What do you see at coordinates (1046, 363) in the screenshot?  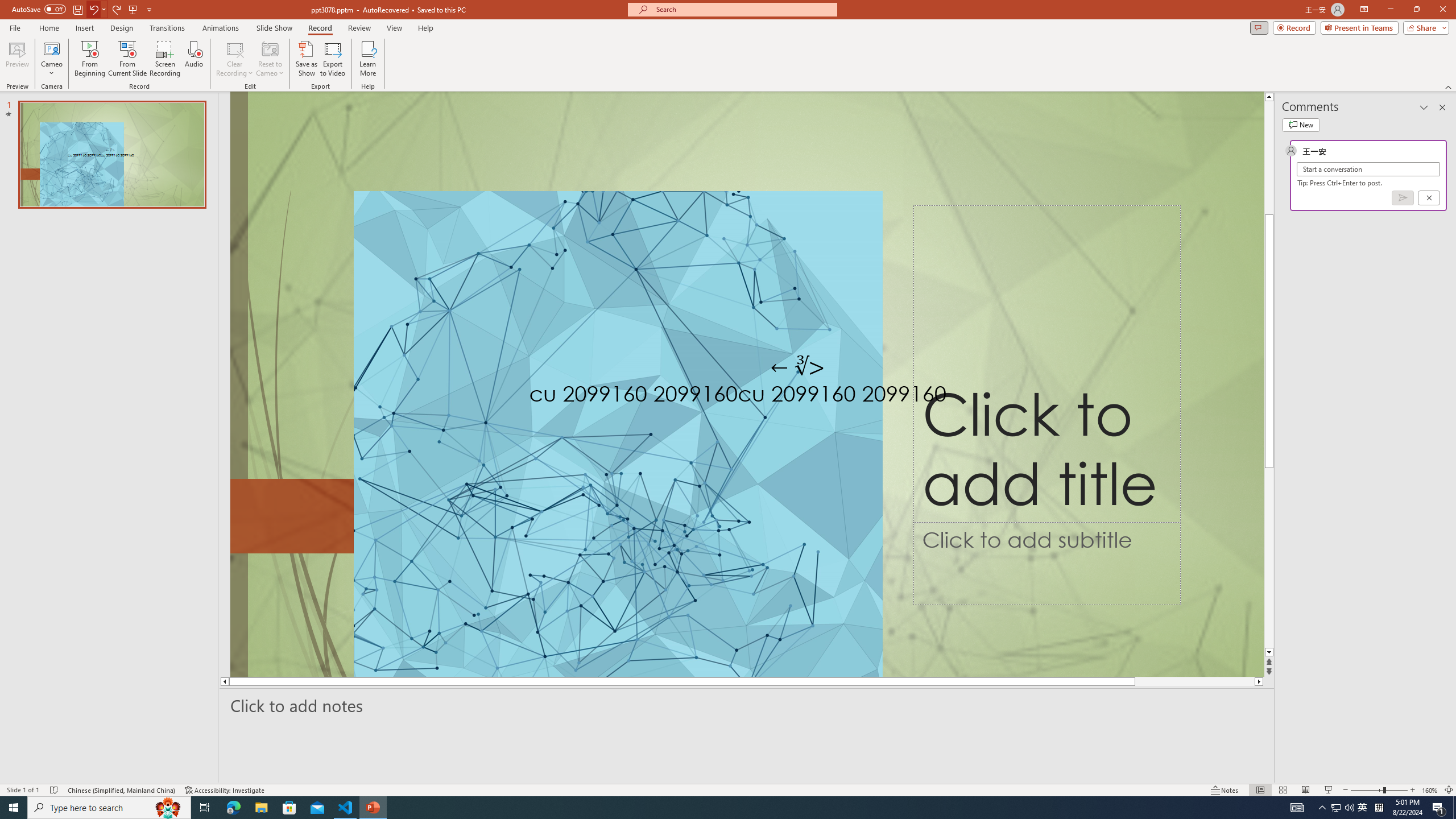 I see `'Title TextBox'` at bounding box center [1046, 363].